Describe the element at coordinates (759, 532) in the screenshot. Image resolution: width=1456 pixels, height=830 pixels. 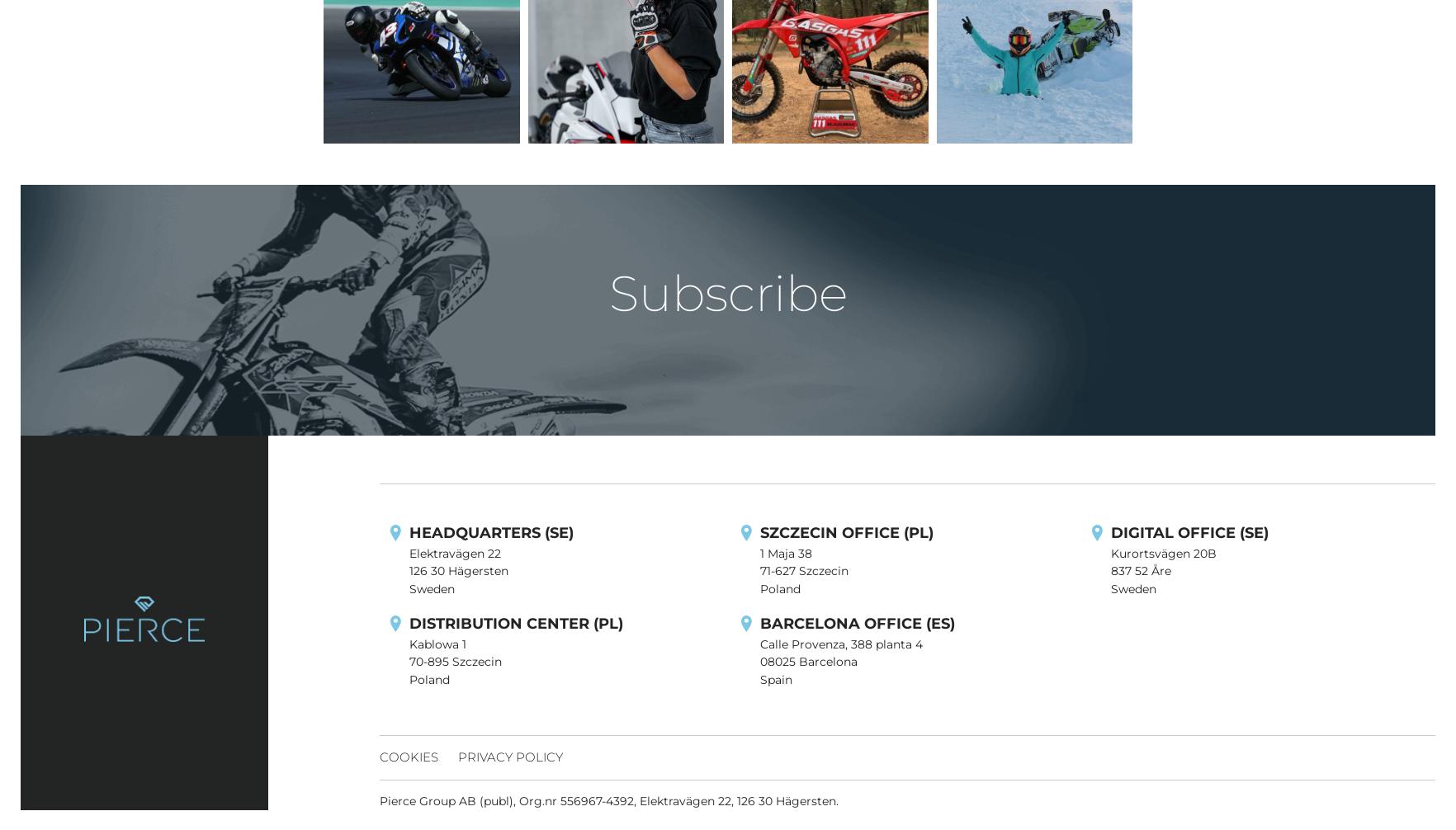
I see `'SZCZECIN OFFICE (PL)'` at that location.